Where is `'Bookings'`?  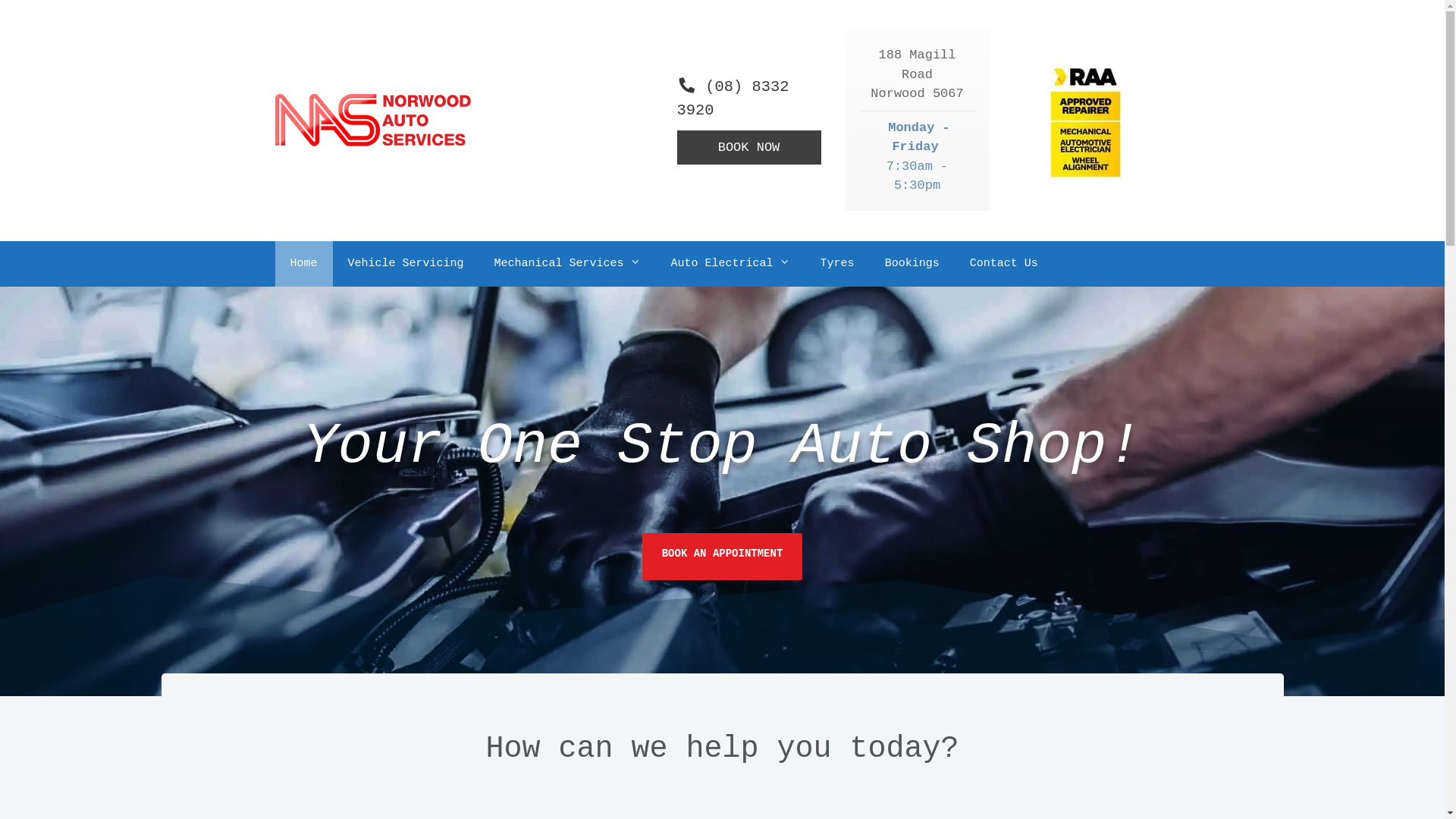
'Bookings' is located at coordinates (912, 262).